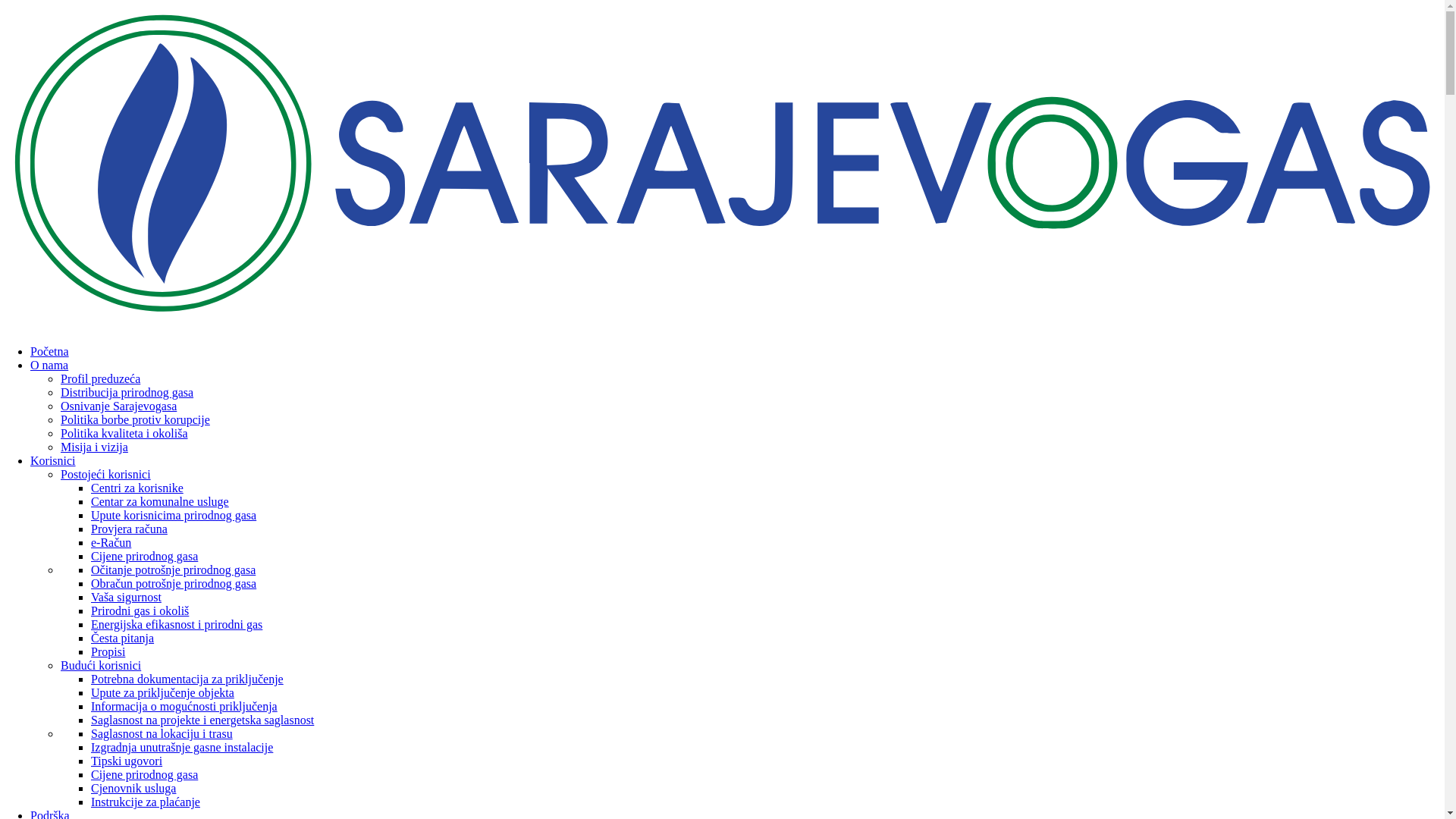  I want to click on 'Centri za korisnike', so click(137, 488).